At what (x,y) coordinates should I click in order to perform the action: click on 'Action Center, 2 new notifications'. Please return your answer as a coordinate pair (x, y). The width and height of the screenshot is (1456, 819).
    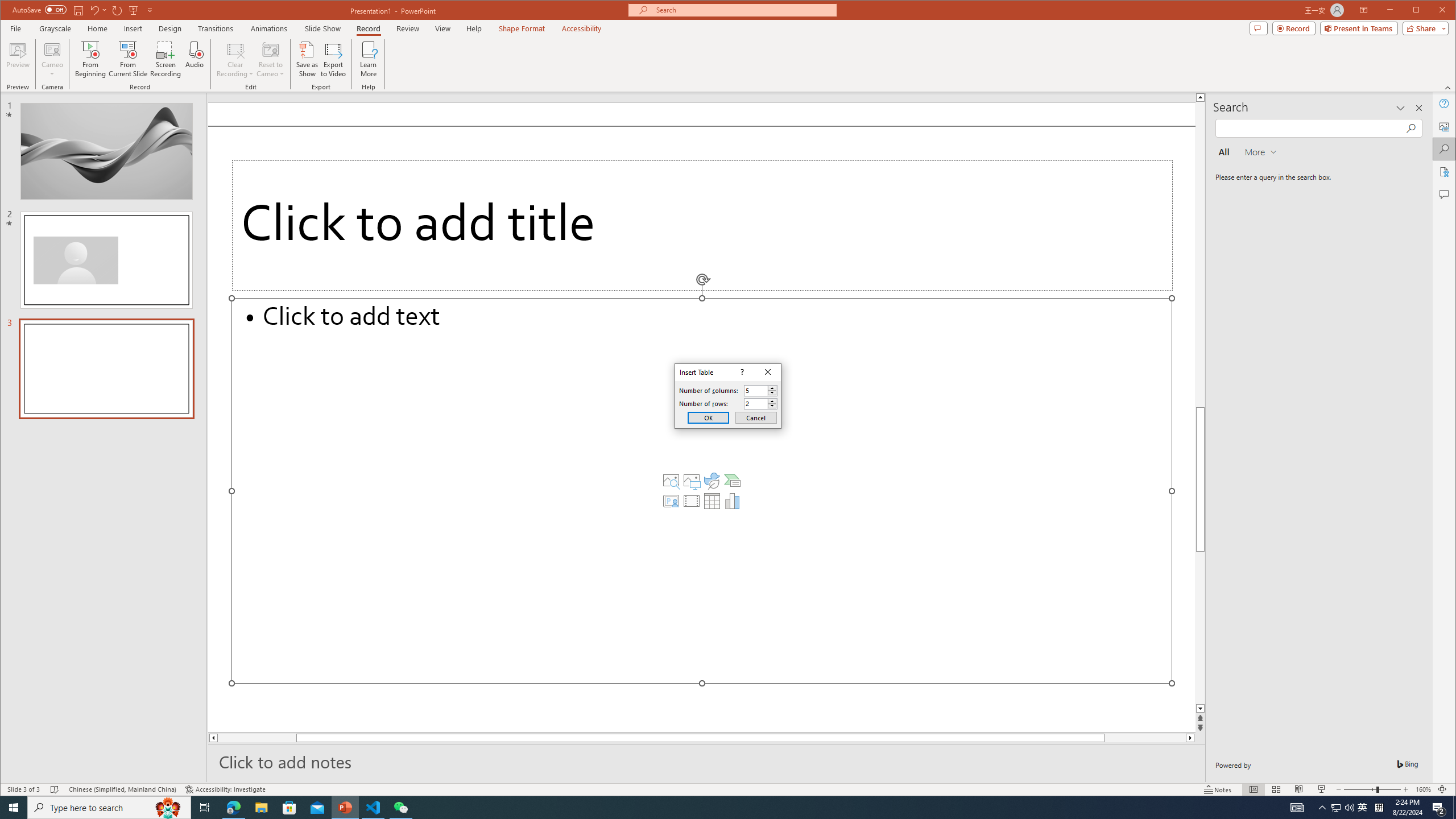
    Looking at the image, I should click on (1439, 806).